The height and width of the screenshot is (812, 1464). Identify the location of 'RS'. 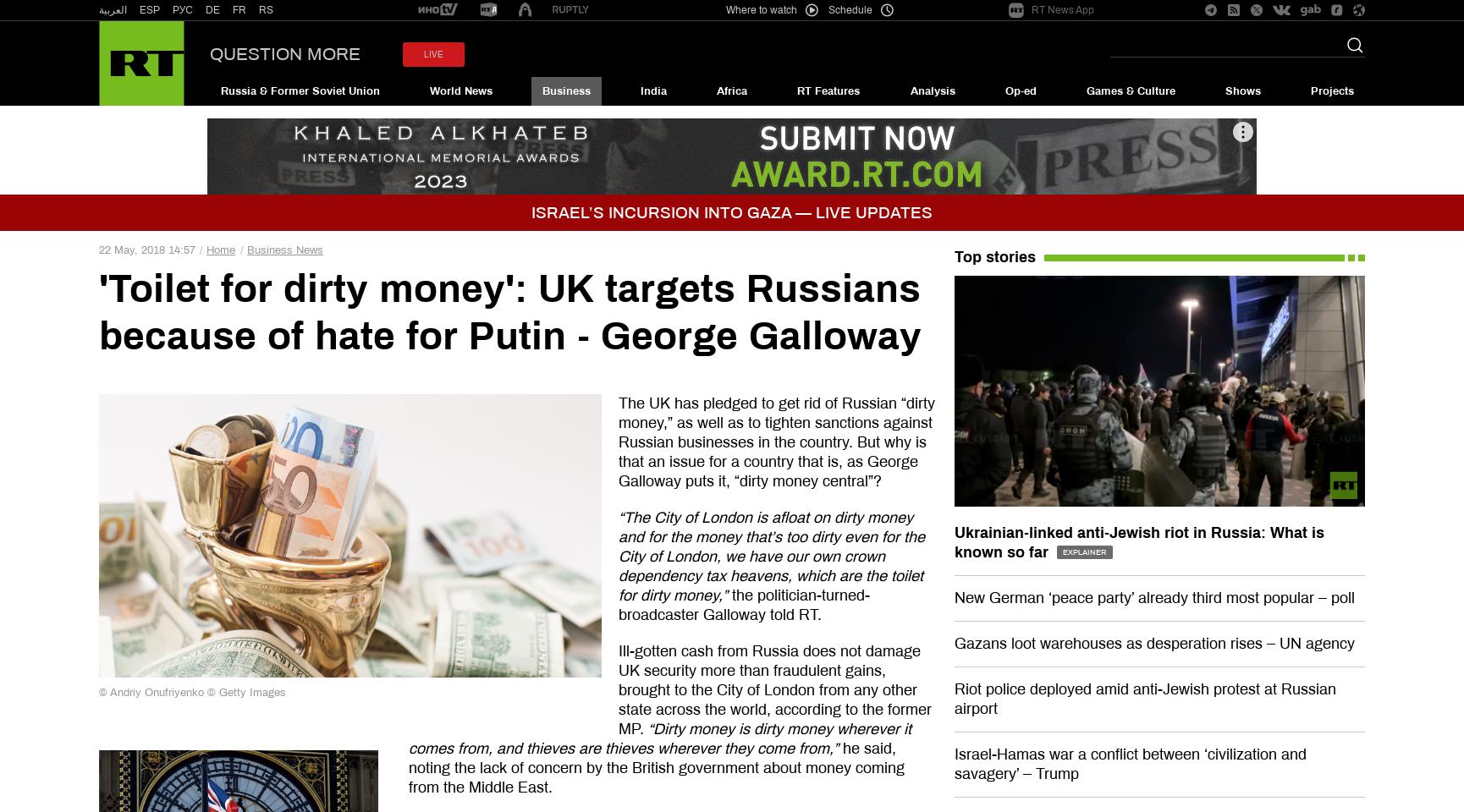
(266, 9).